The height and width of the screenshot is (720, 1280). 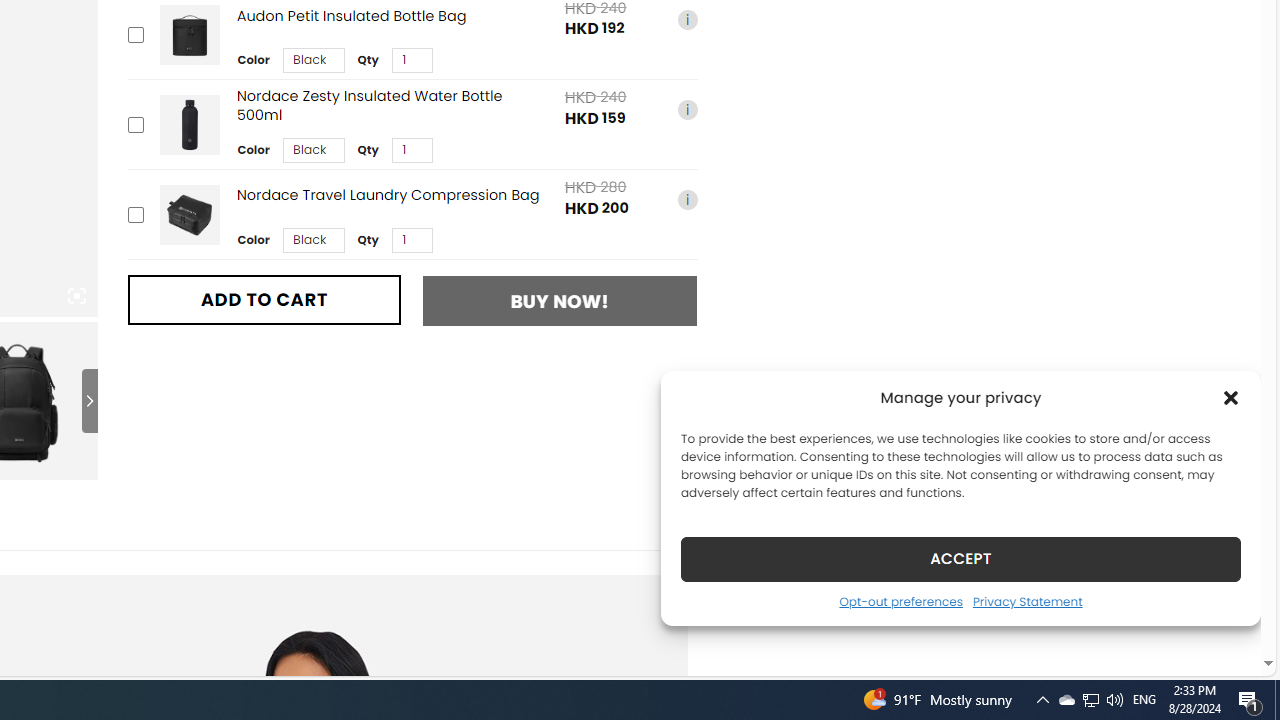 I want to click on 'ACCEPT', so click(x=961, y=558).